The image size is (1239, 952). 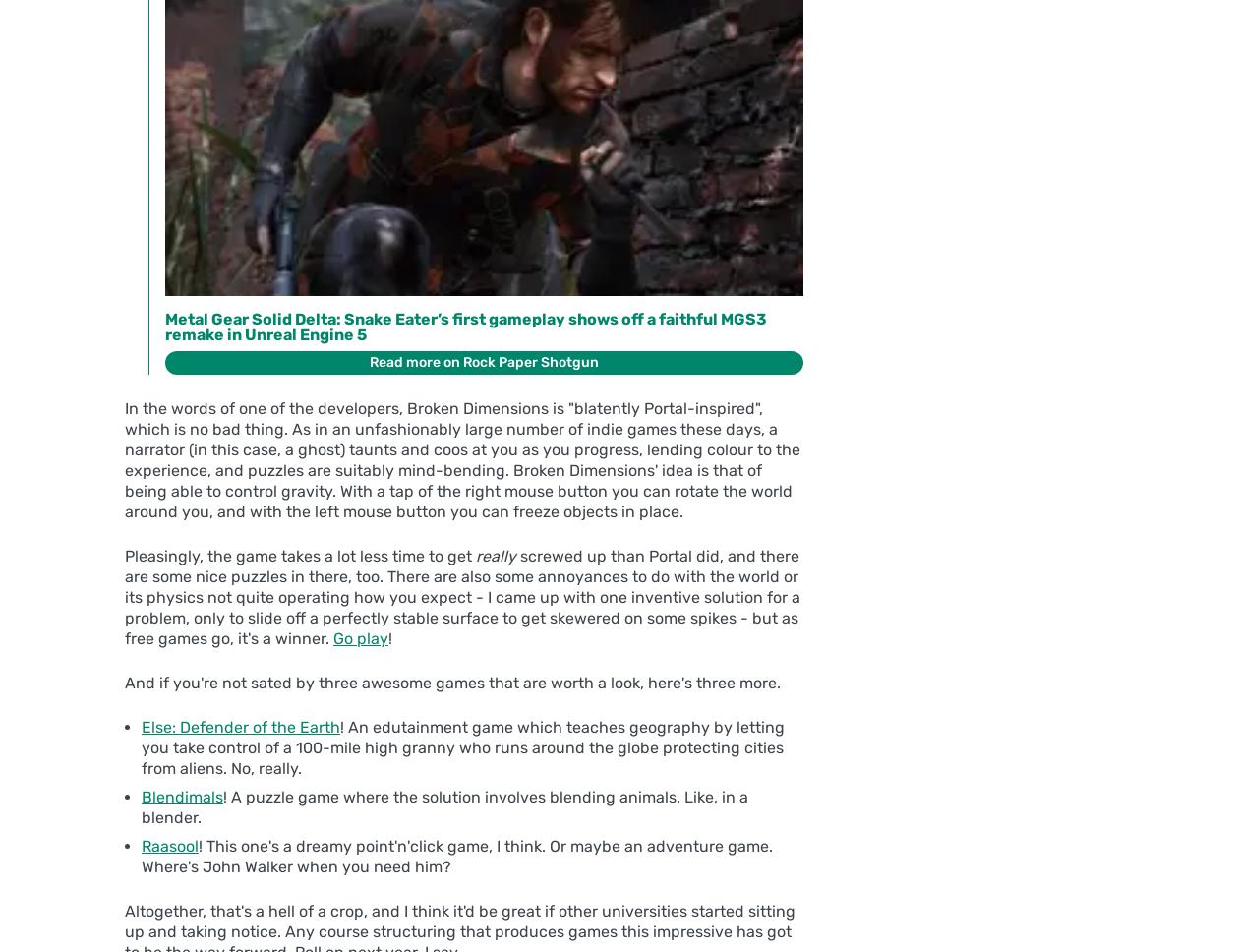 What do you see at coordinates (168, 845) in the screenshot?
I see `'Raasool'` at bounding box center [168, 845].